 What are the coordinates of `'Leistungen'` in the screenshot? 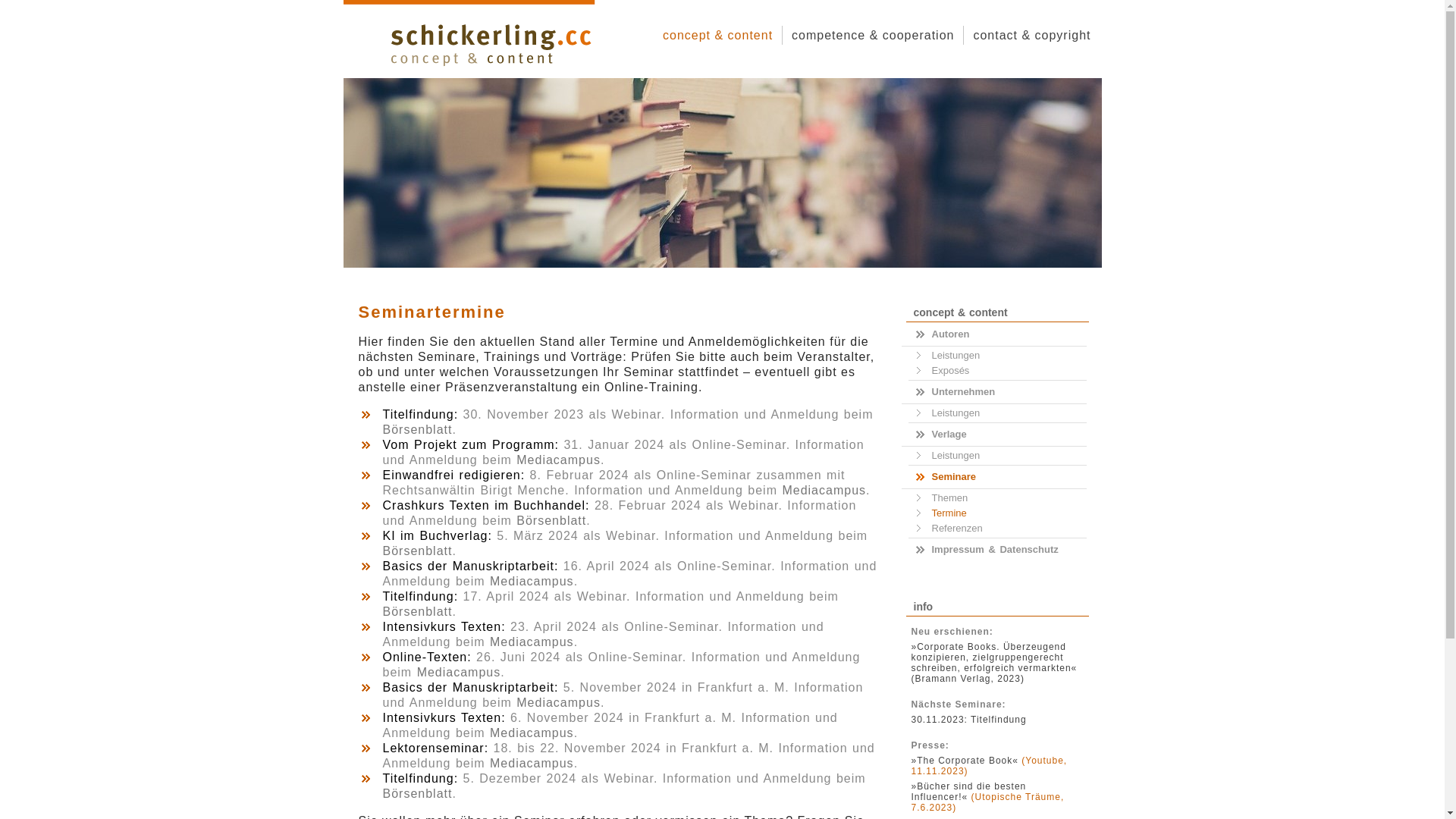 It's located at (993, 455).